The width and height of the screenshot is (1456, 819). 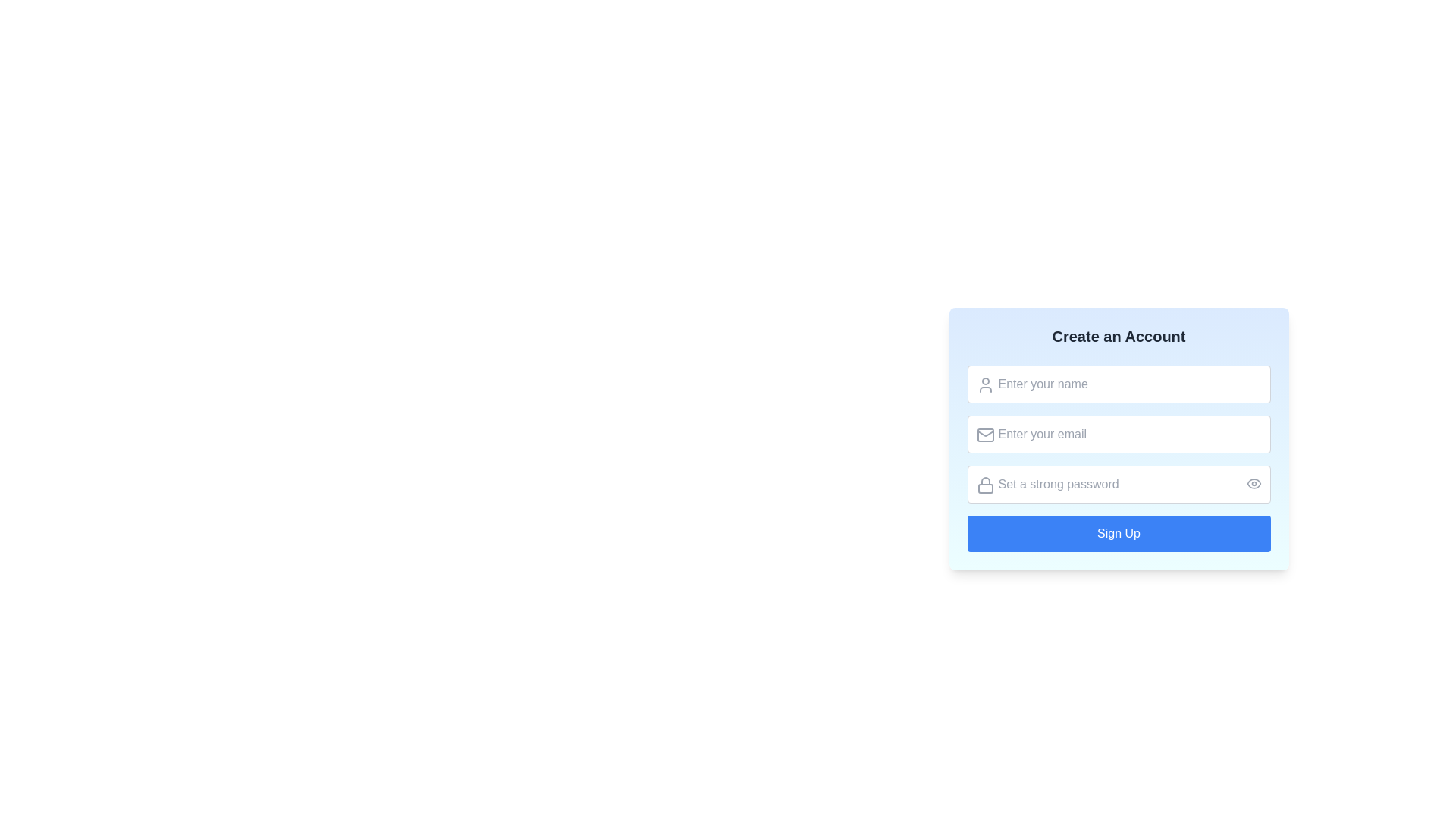 I want to click on the lower rectangle of the lock icon, which indicates the locked state for the 'Set a strong password' input field in the 'Create an Account' form, so click(x=985, y=488).